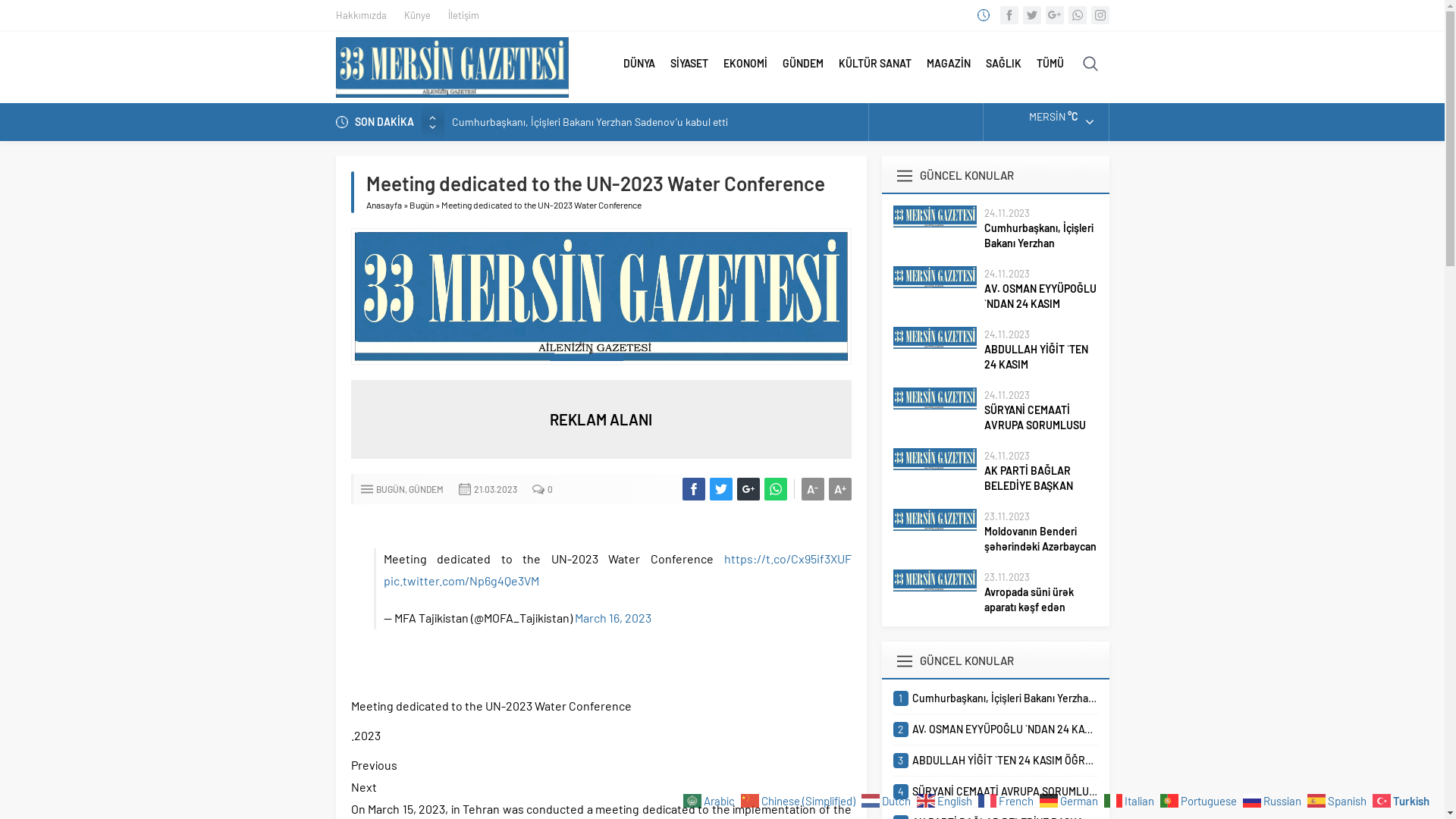 The width and height of the screenshot is (1456, 819). What do you see at coordinates (549, 488) in the screenshot?
I see `'0'` at bounding box center [549, 488].